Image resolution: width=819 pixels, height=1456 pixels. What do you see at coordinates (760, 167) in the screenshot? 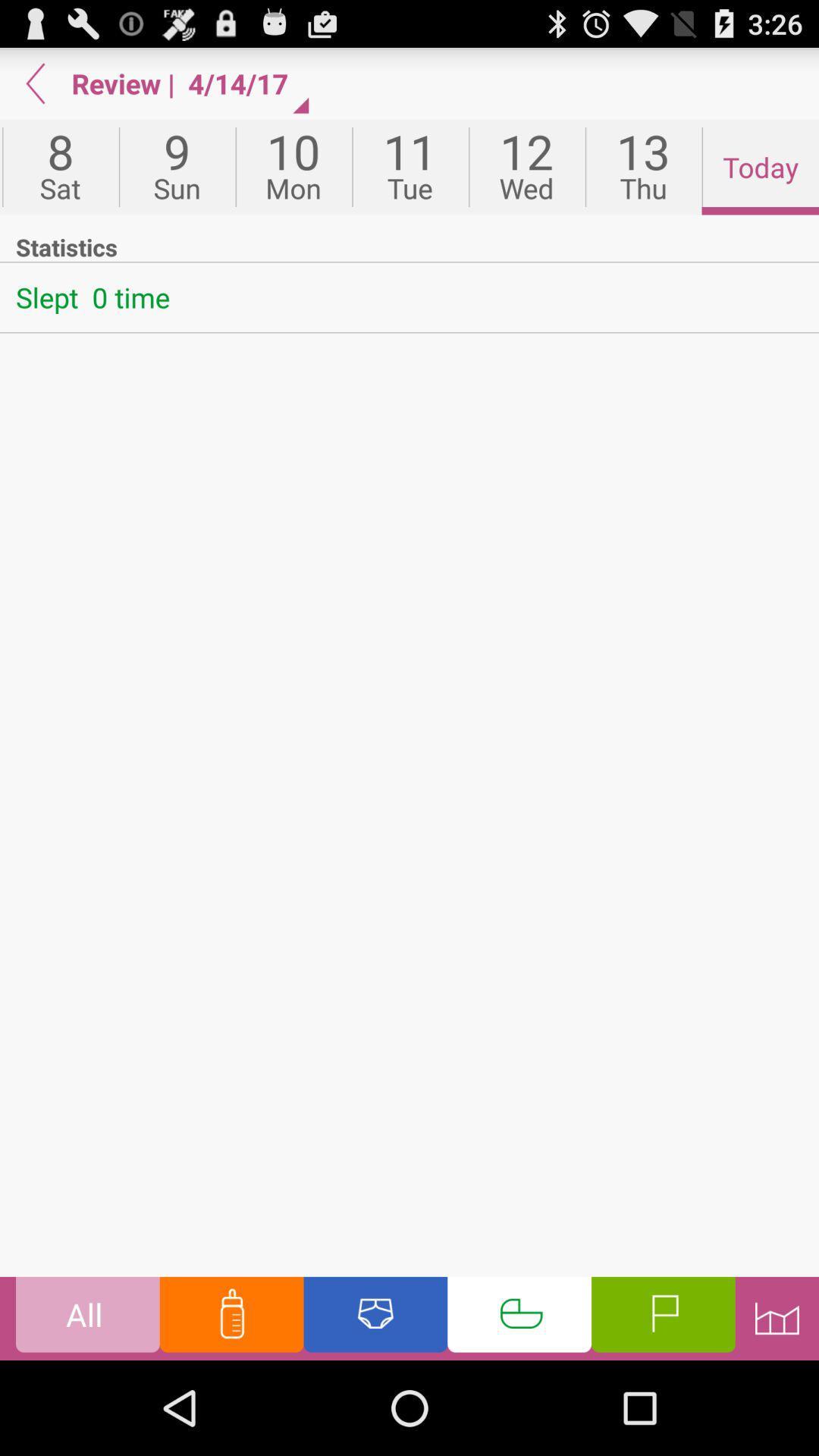
I see `the icon next to 13 icon` at bounding box center [760, 167].